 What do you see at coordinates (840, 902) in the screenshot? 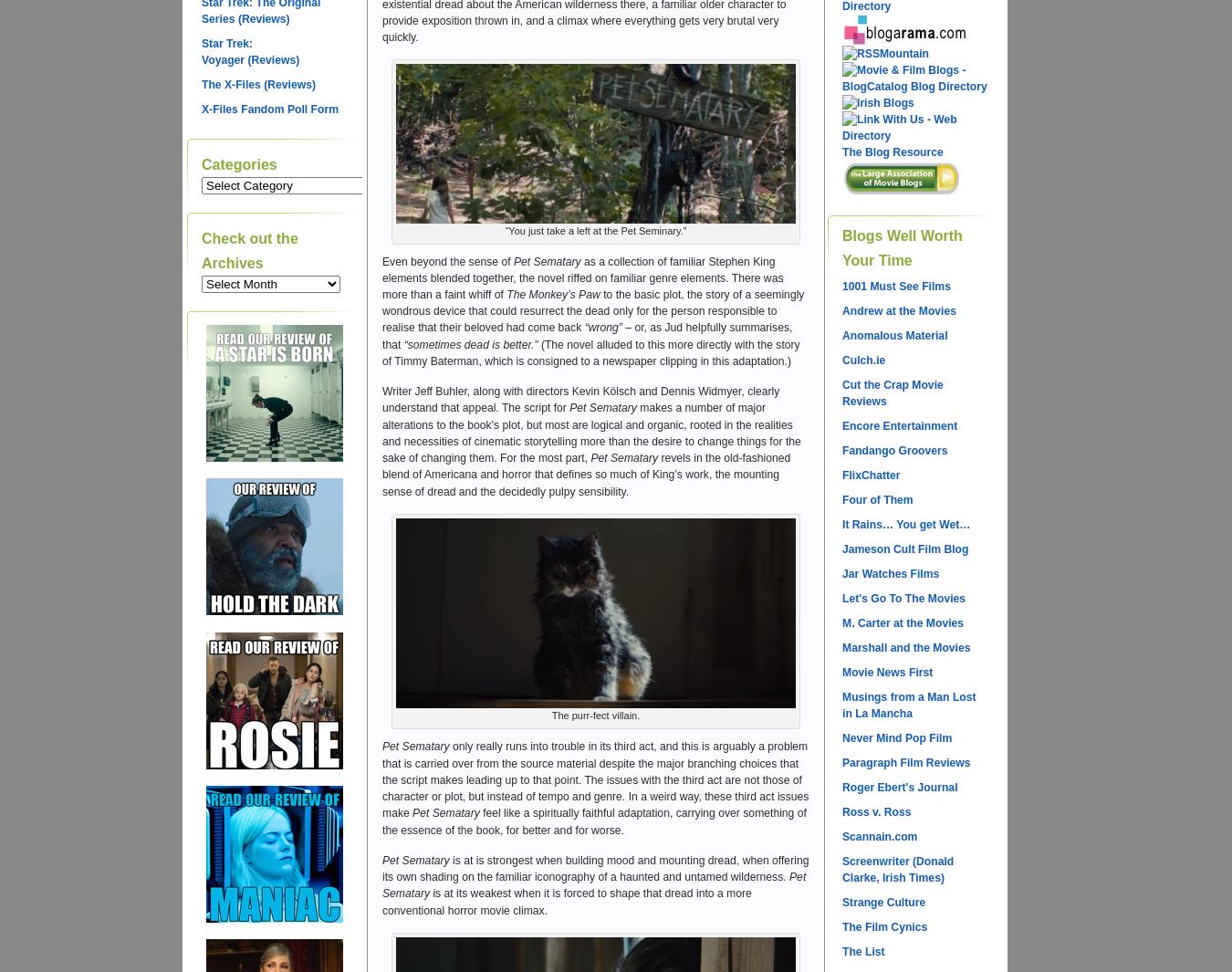
I see `'Strange Culture'` at bounding box center [840, 902].